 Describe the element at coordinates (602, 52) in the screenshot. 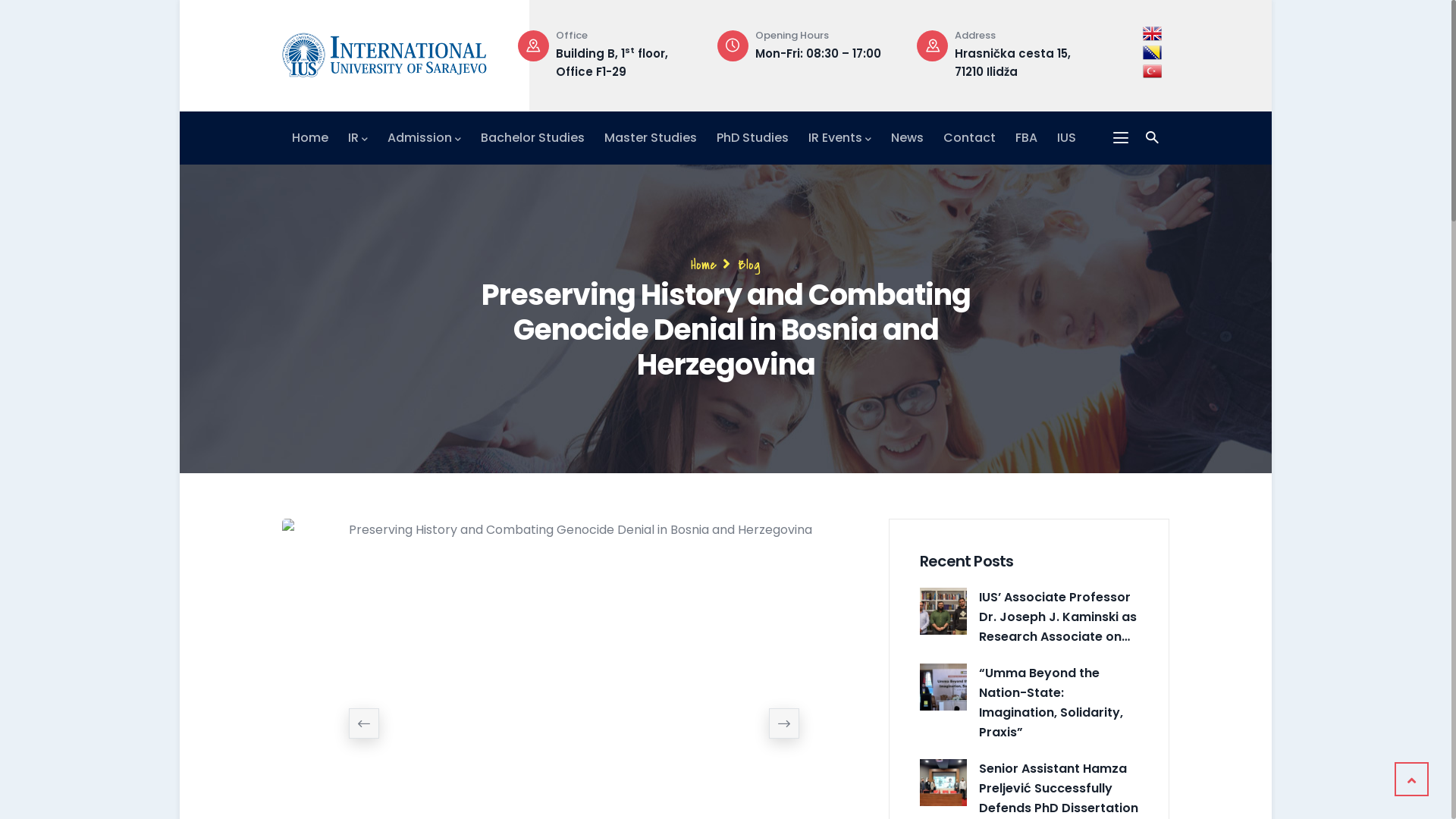

I see `'+387 33 957 400'` at that location.